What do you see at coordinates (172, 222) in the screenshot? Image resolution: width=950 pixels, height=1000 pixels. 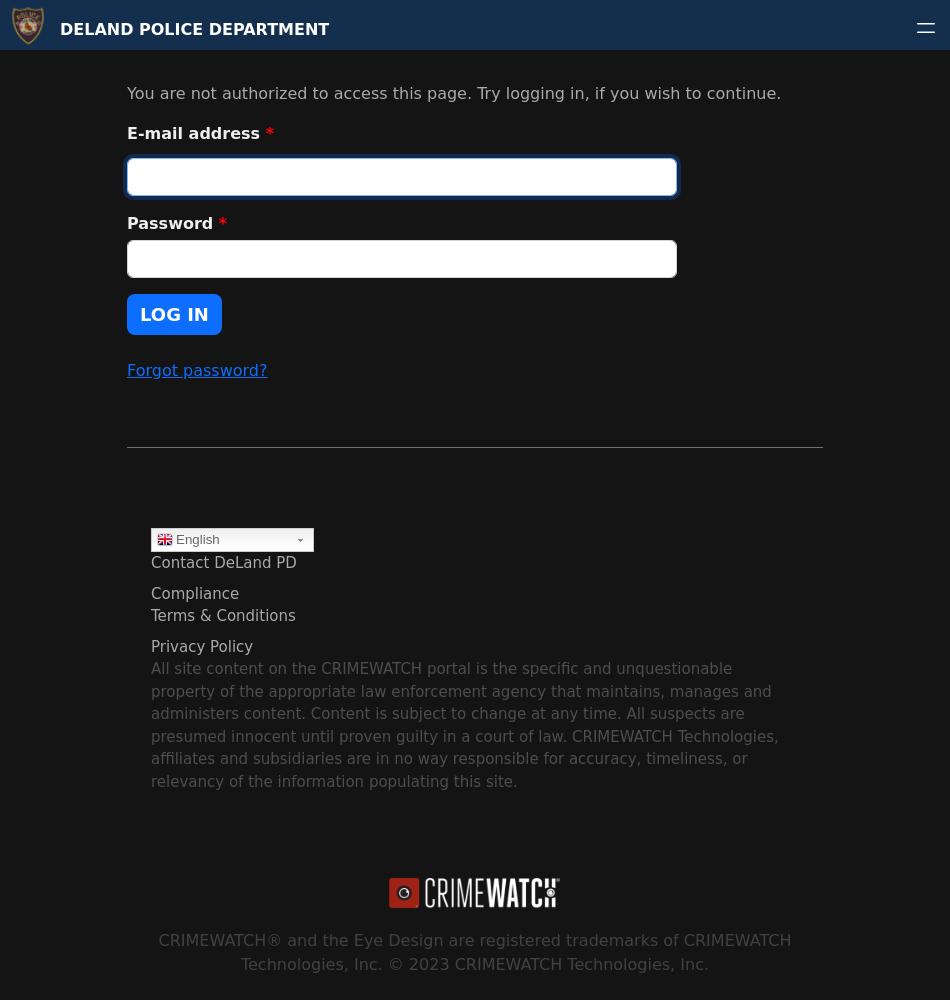 I see `'Password'` at bounding box center [172, 222].